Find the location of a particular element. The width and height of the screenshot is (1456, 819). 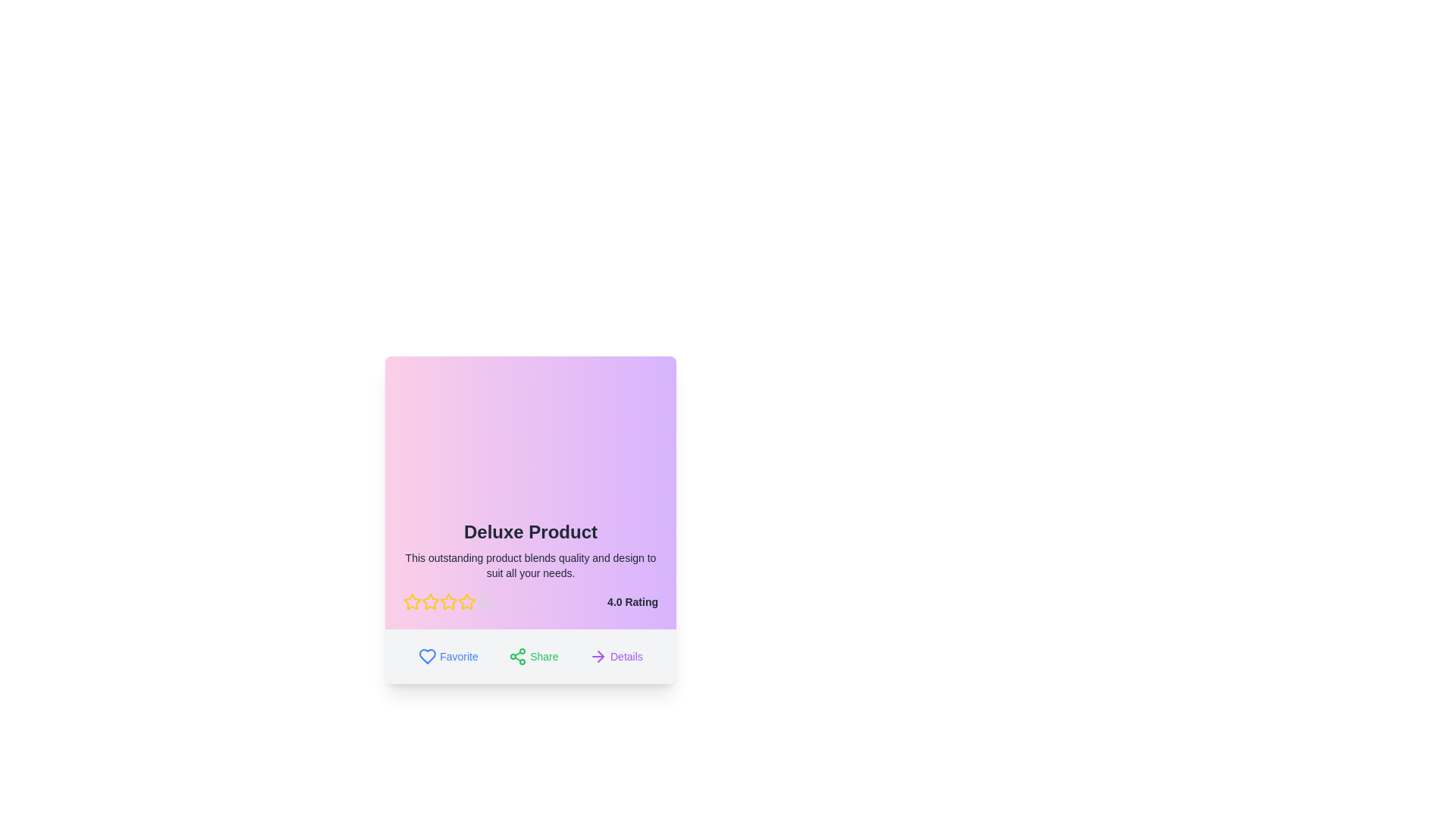

the 'Details' button located at the rightmost position of the horizontal button group is located at coordinates (616, 656).